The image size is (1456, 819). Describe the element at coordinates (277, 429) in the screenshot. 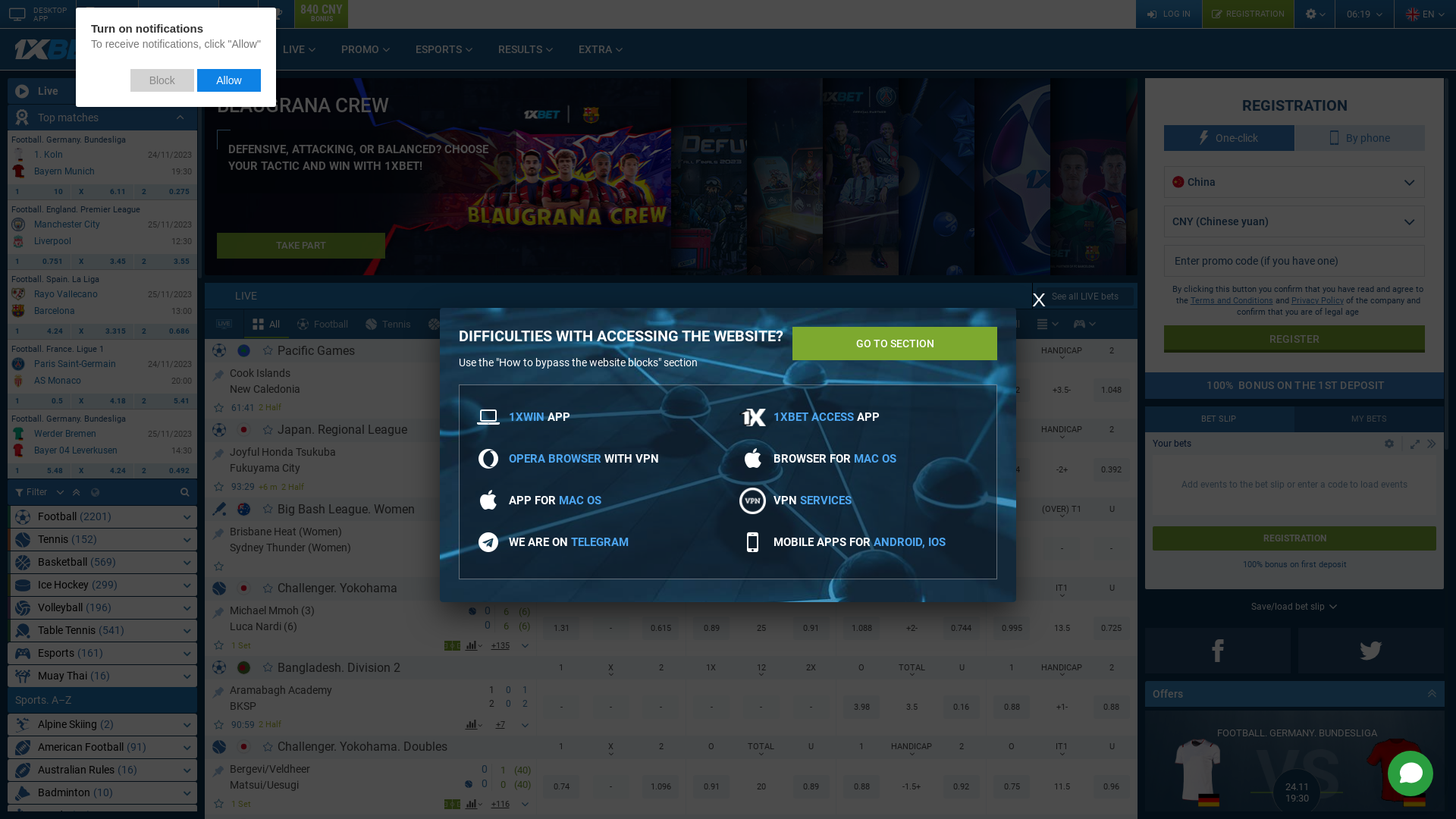

I see `'Japan. Regional League'` at that location.